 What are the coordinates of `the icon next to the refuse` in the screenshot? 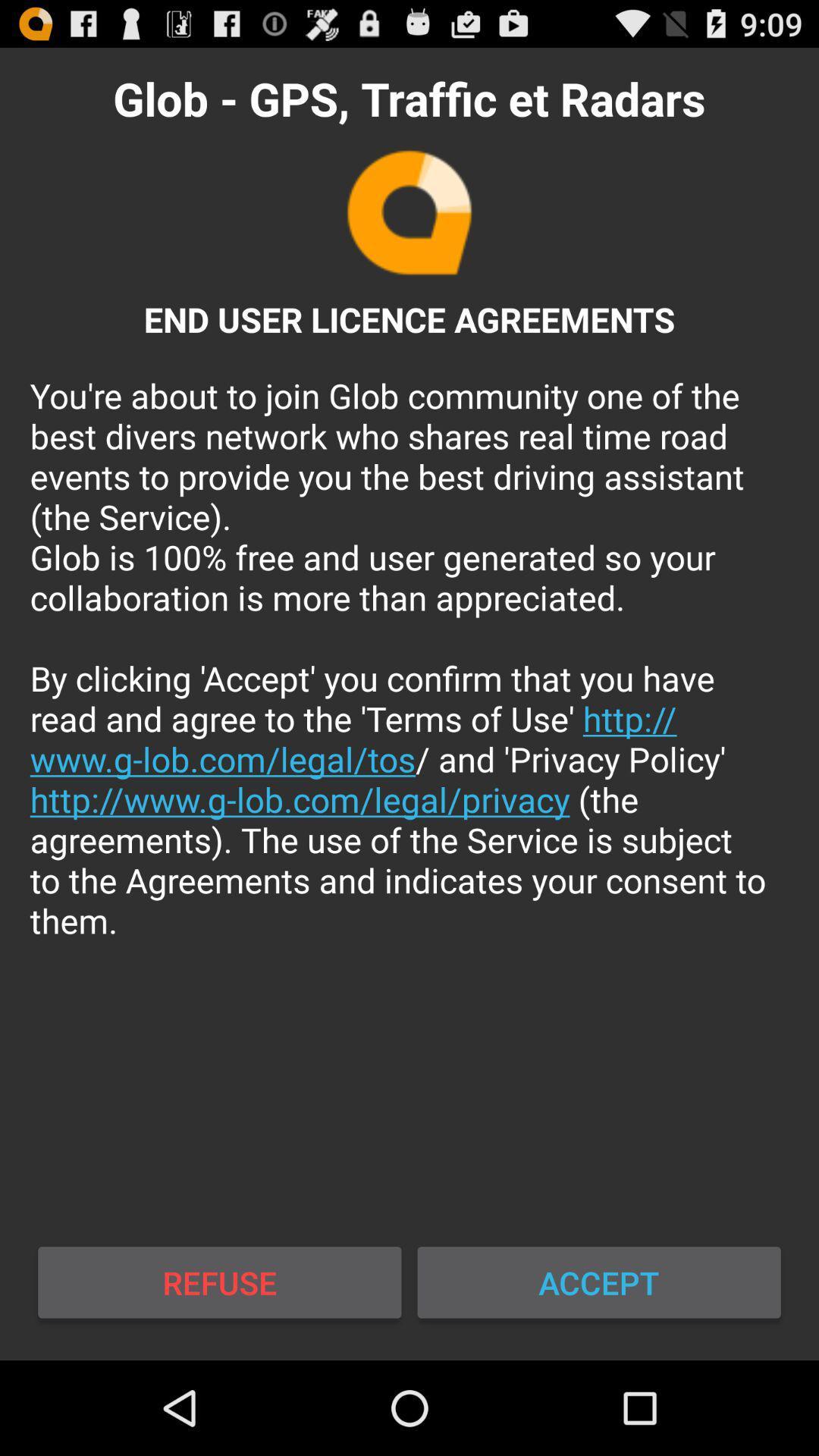 It's located at (598, 1282).